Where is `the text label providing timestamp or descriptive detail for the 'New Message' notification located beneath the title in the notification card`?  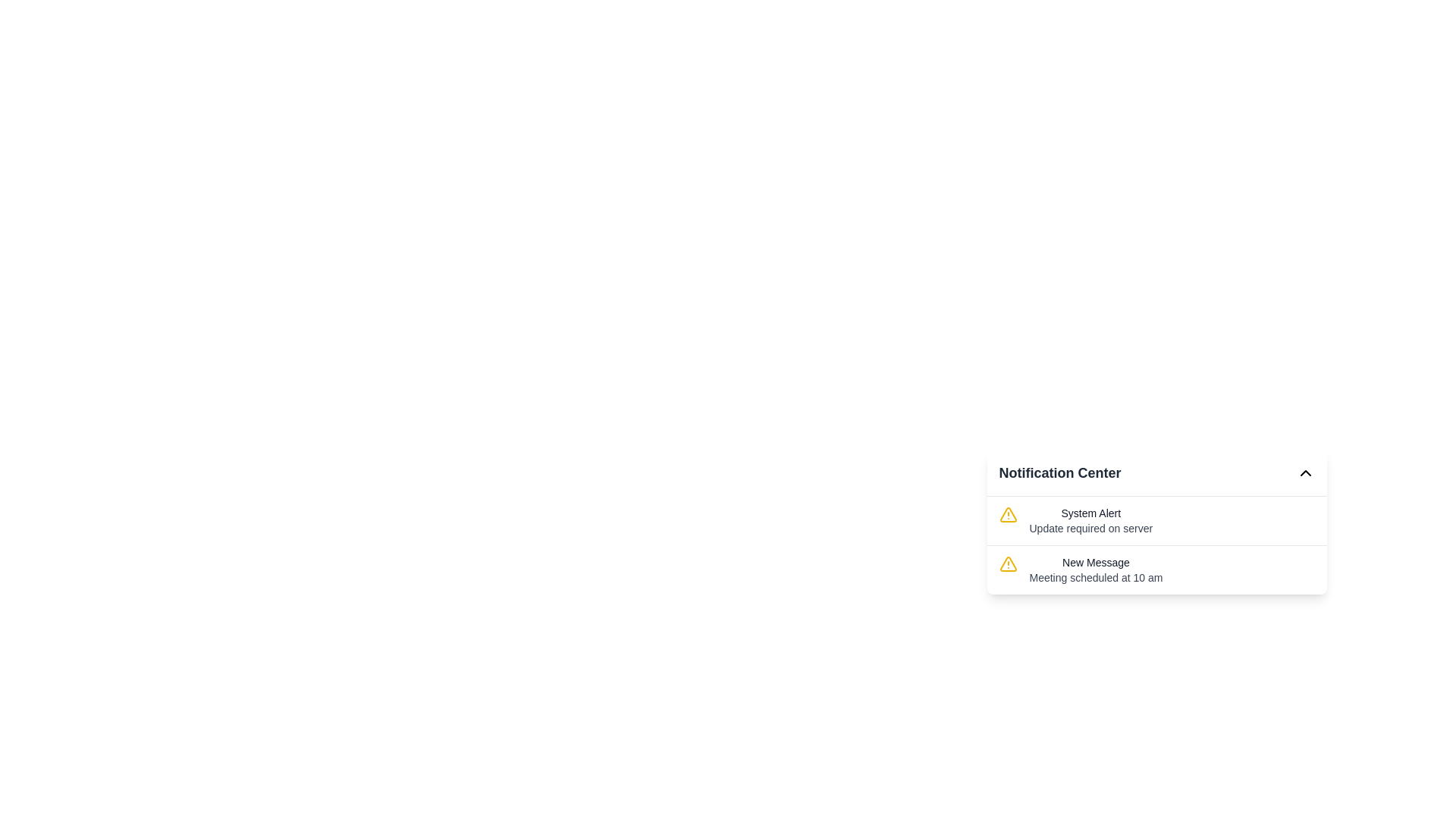 the text label providing timestamp or descriptive detail for the 'New Message' notification located beneath the title in the notification card is located at coordinates (1096, 578).